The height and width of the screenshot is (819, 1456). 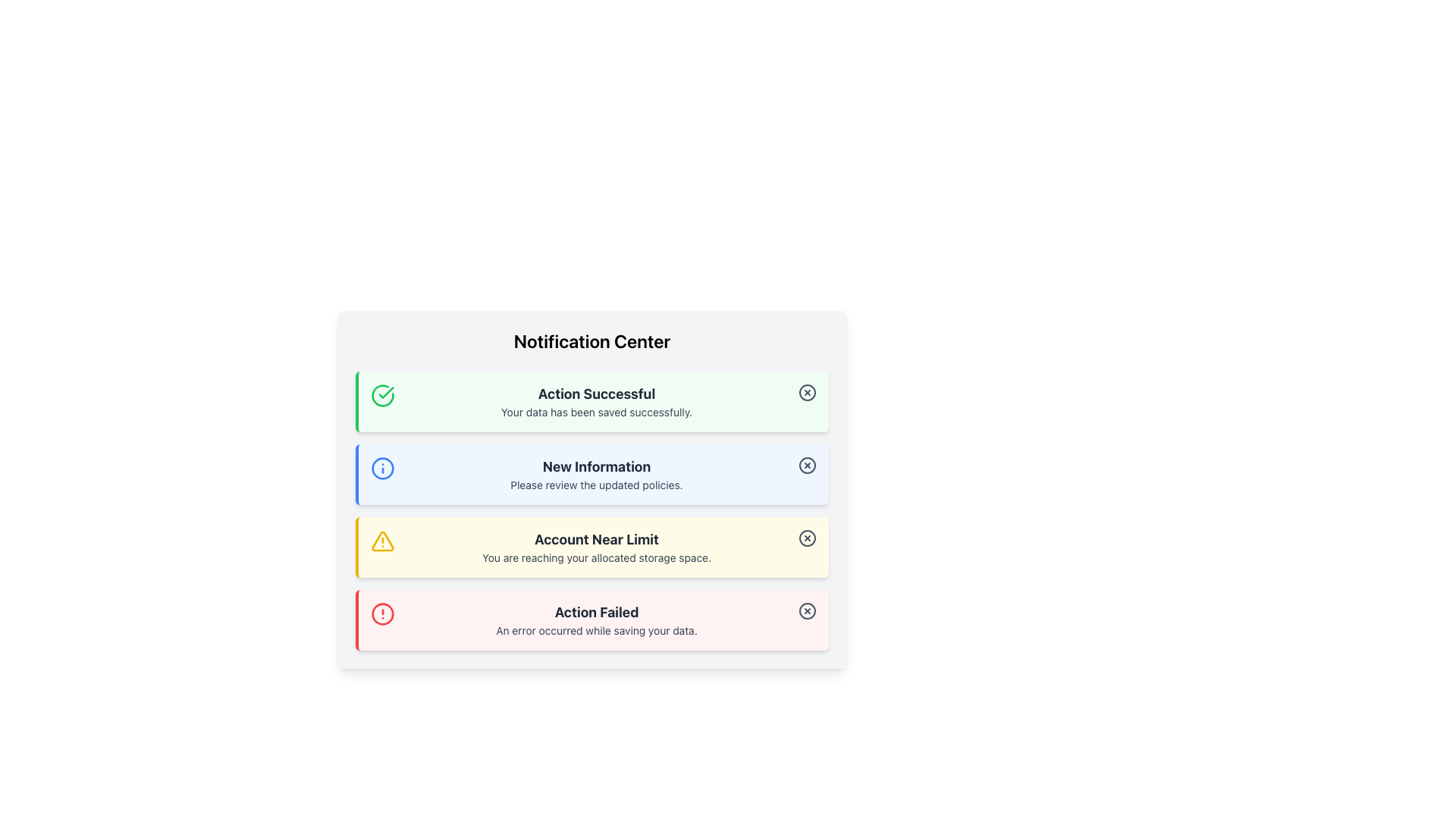 What do you see at coordinates (591, 341) in the screenshot?
I see `the 'Notification Center' text label, which is a bold, medium-sized black font title centered at the top of the notifications area` at bounding box center [591, 341].